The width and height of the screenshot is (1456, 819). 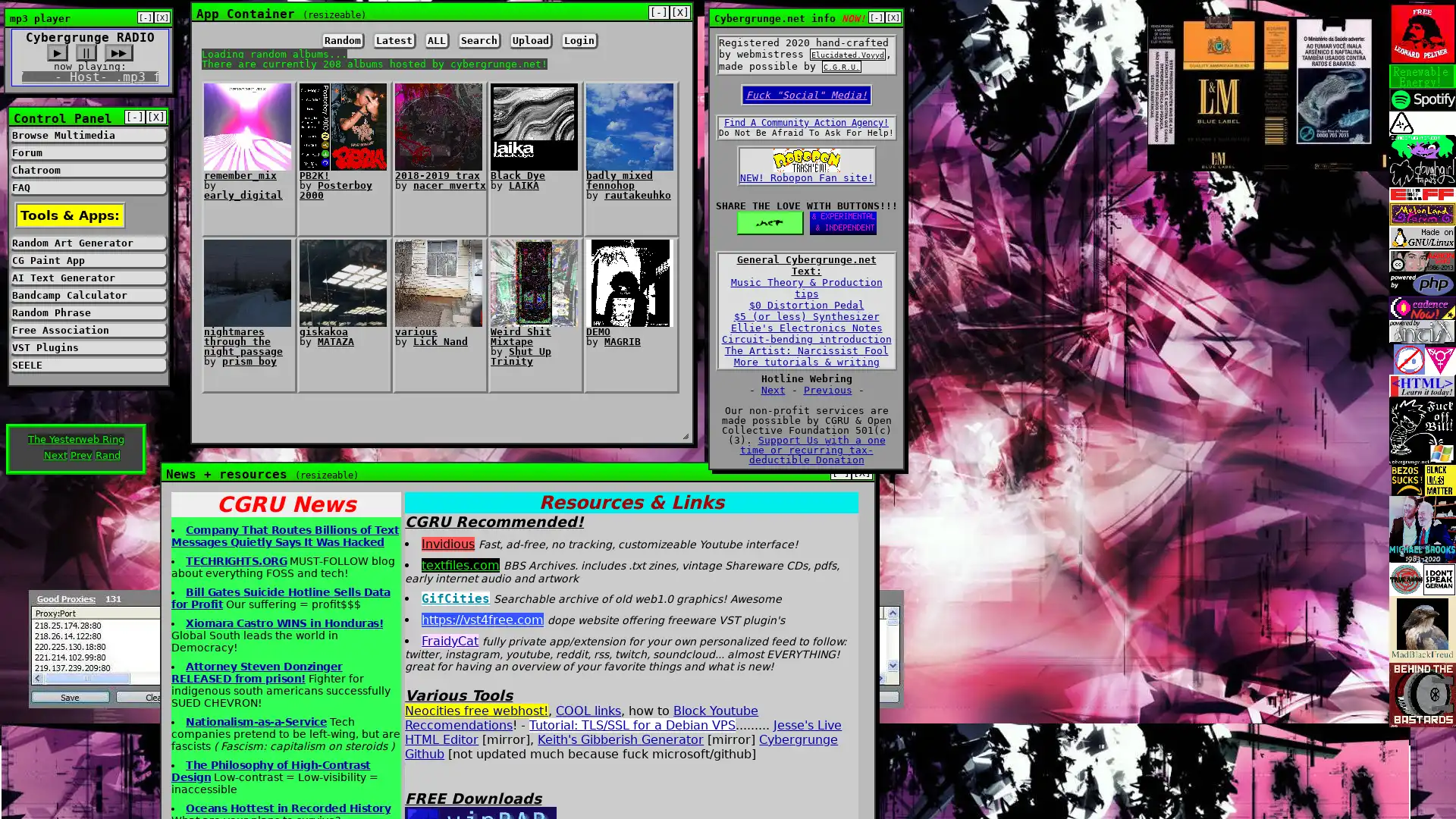 I want to click on Browse Multimedia, so click(x=87, y=134).